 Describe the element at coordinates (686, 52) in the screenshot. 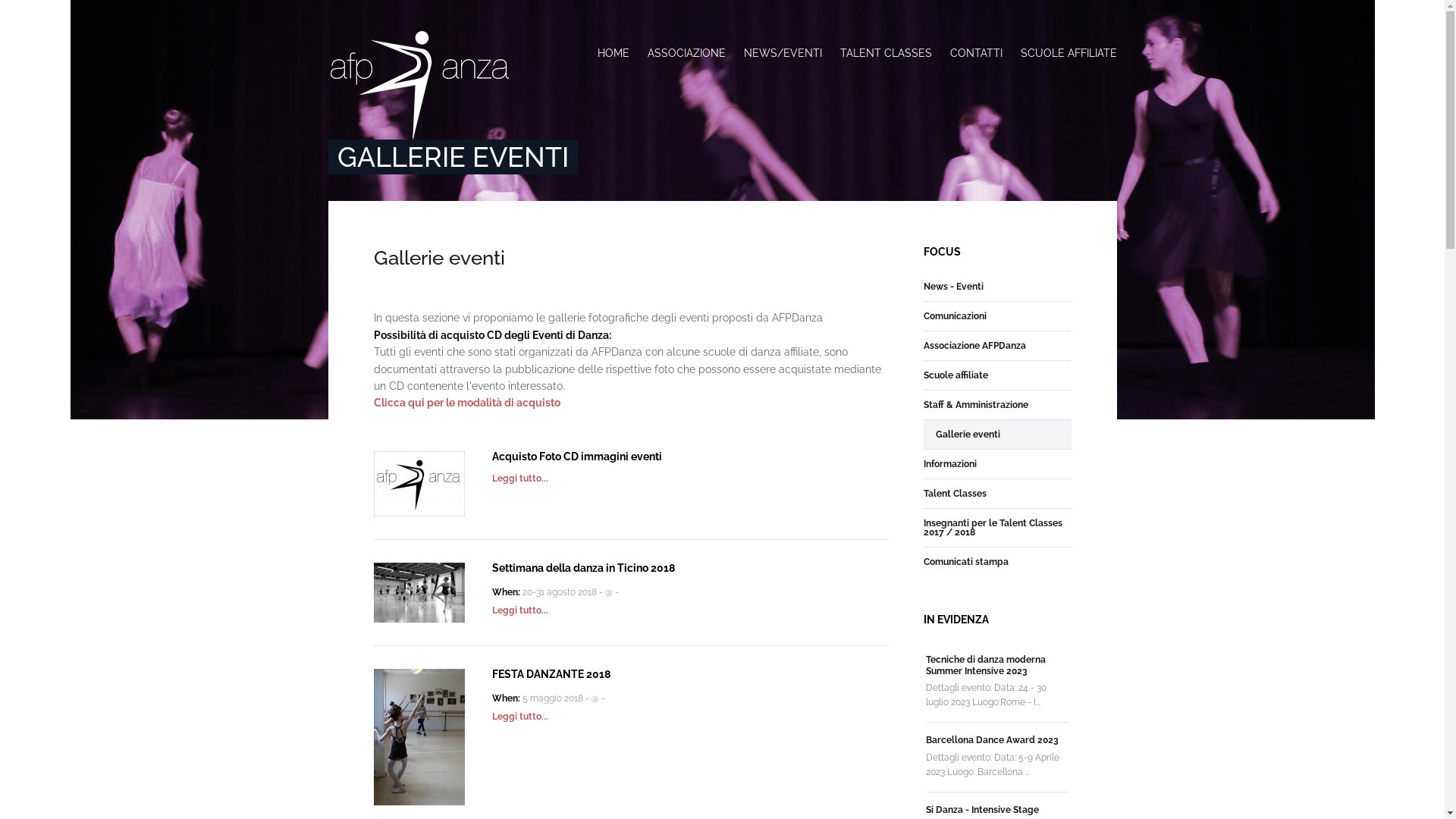

I see `'ASSOCIAZIONE'` at that location.